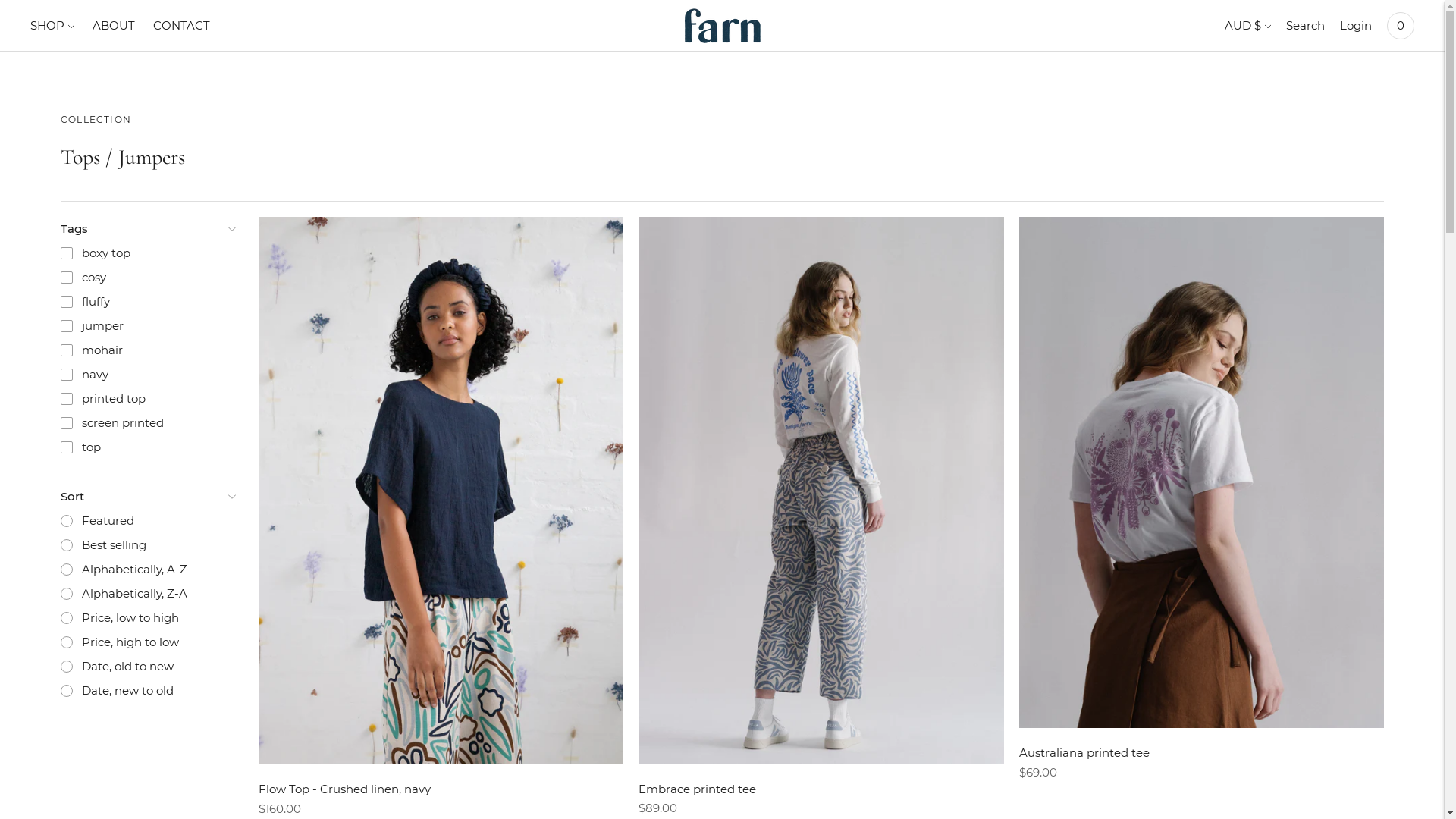  Describe the element at coordinates (147, 570) in the screenshot. I see `'Alphabetically, A-Z'` at that location.